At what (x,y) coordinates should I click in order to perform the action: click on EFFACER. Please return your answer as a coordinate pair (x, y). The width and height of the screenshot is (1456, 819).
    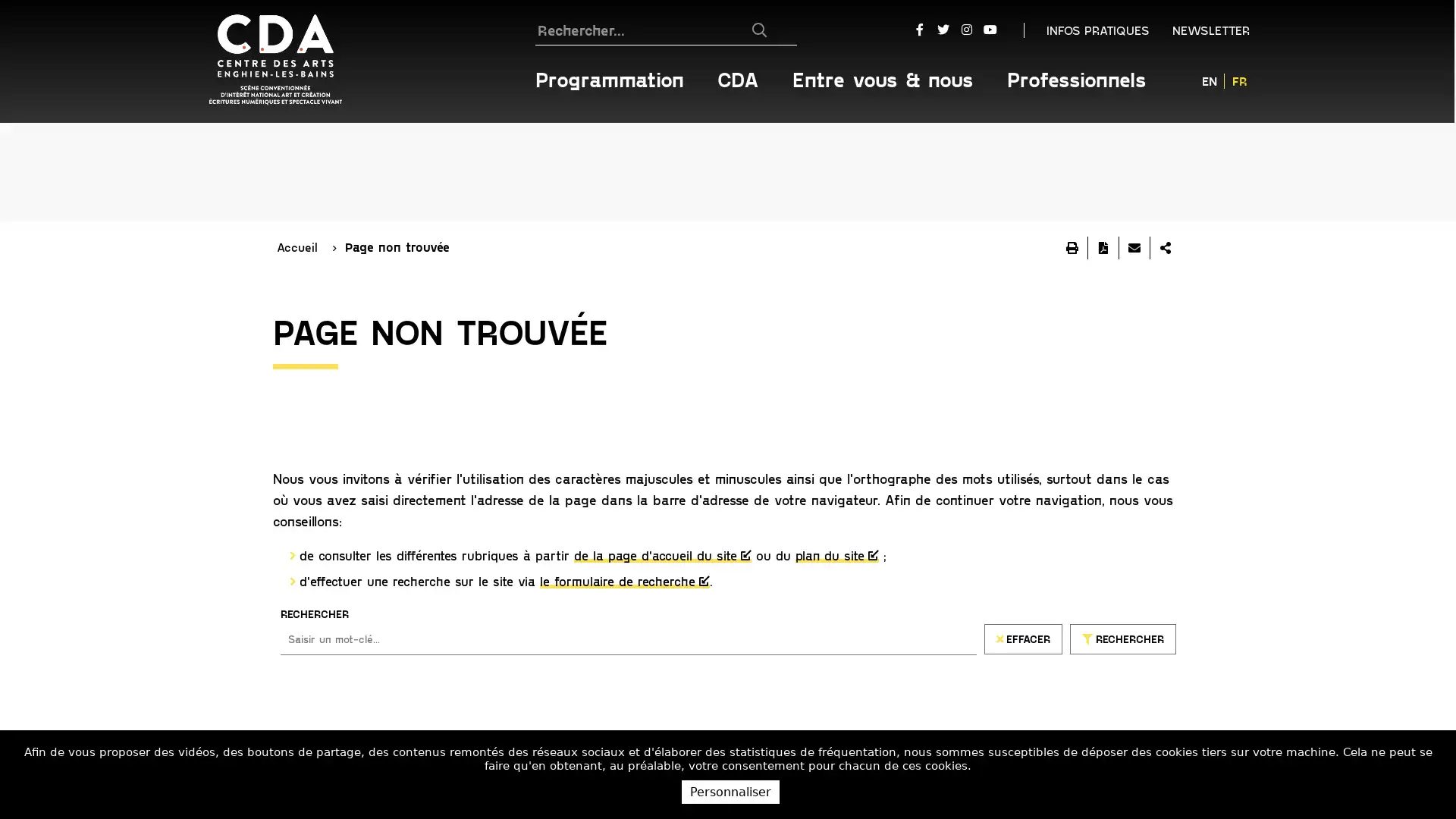
    Looking at the image, I should click on (1022, 539).